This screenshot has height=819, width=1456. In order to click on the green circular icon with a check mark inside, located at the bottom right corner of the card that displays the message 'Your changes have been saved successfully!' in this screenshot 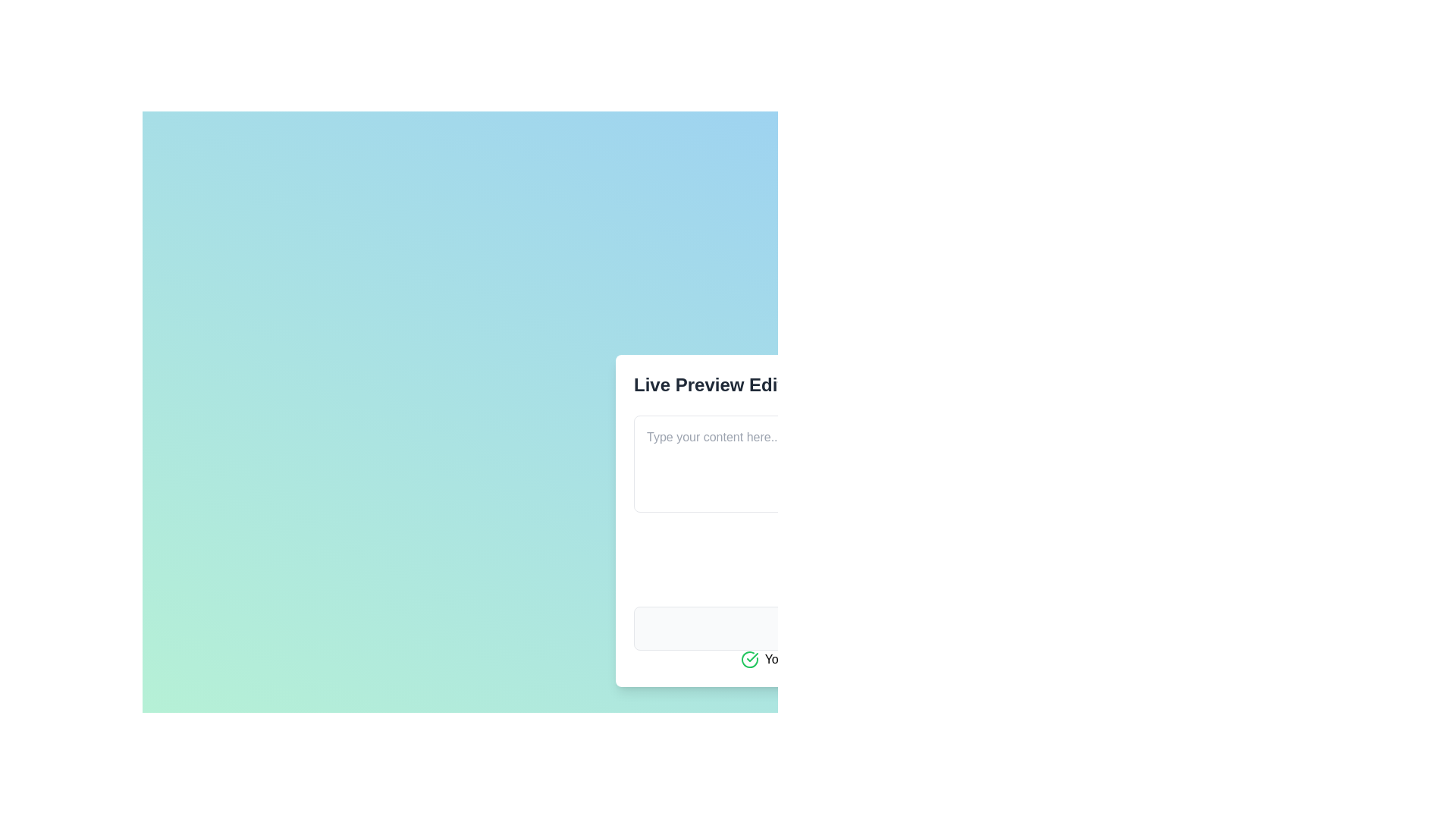, I will do `click(749, 659)`.